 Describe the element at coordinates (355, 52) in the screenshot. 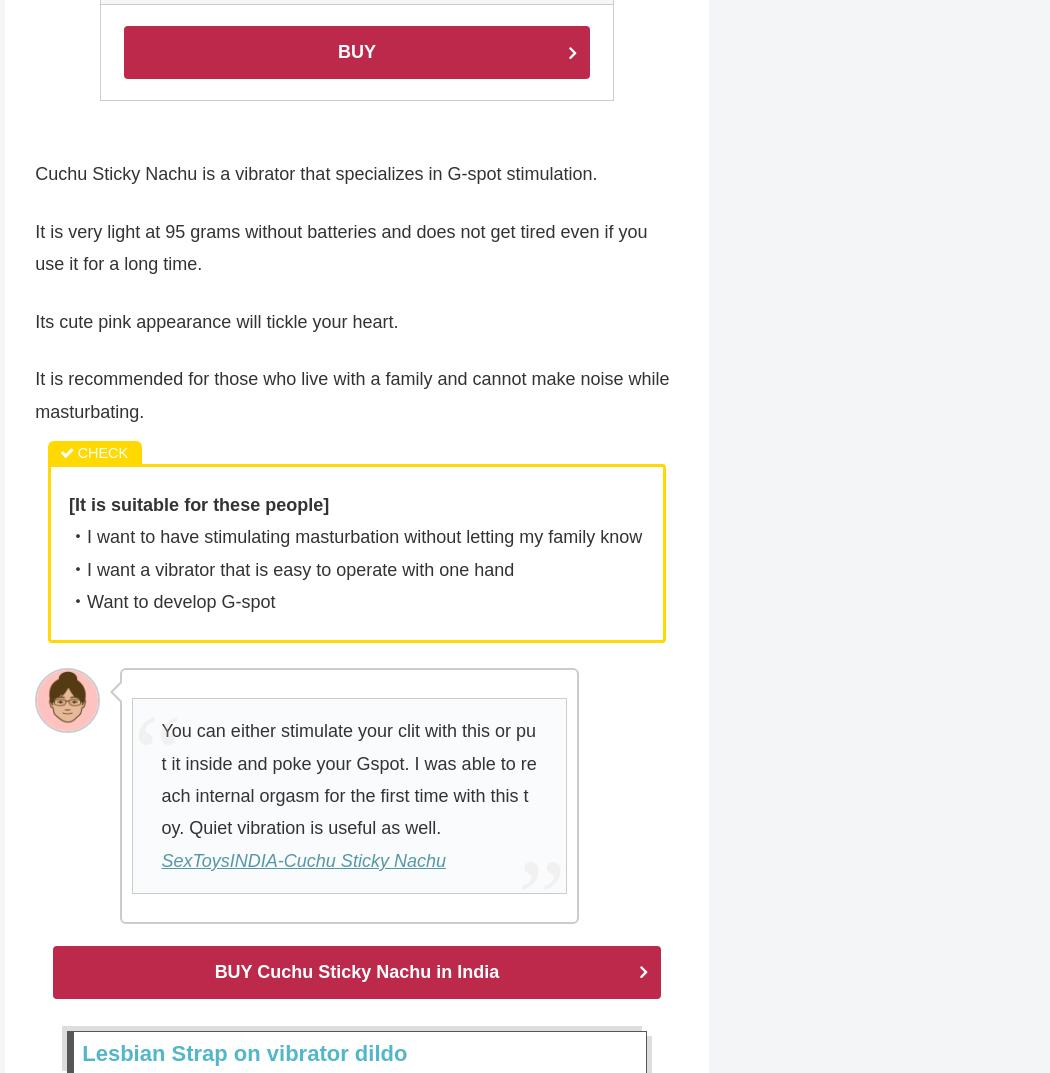

I see `'BUY'` at that location.